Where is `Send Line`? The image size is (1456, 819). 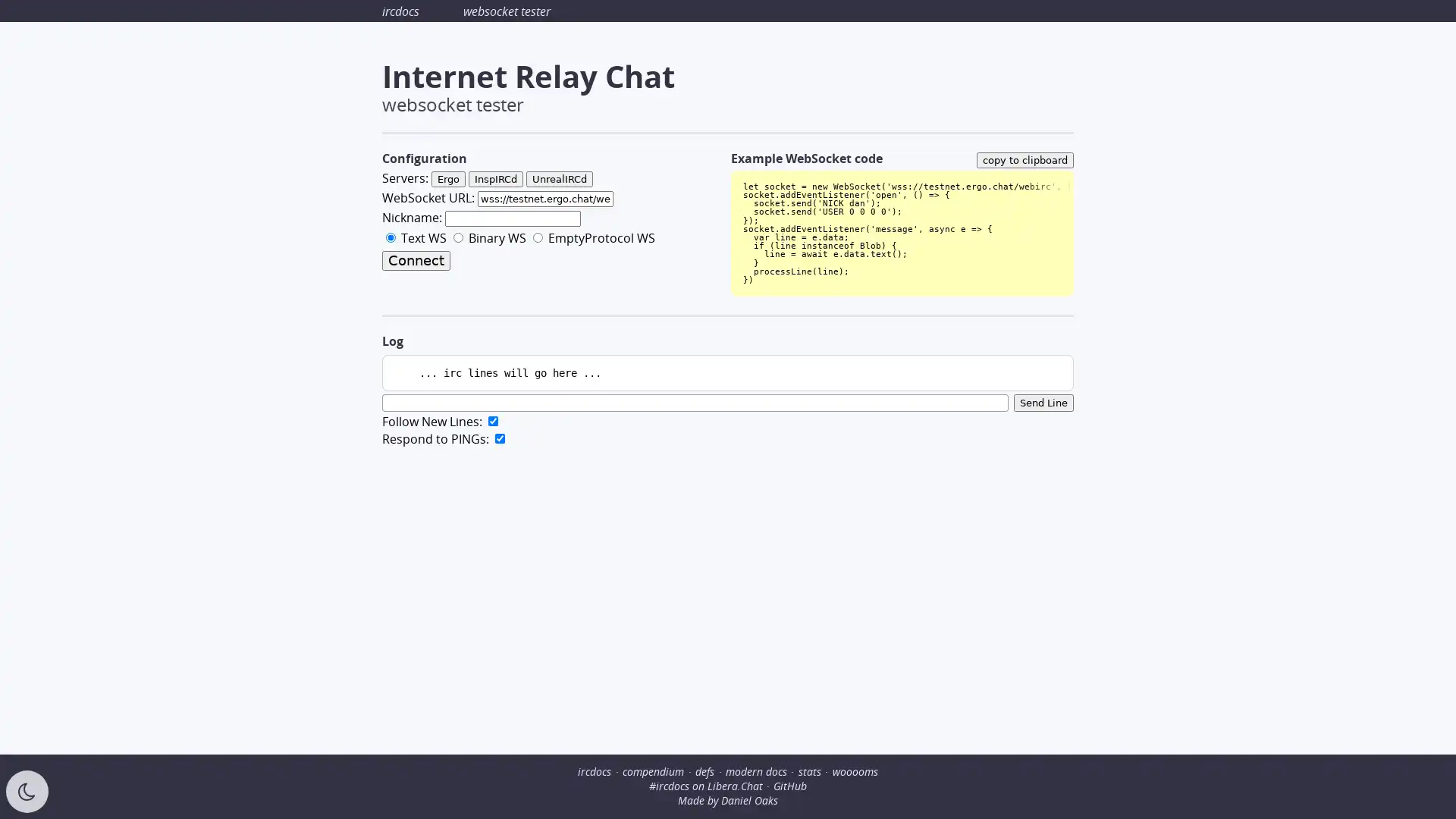
Send Line is located at coordinates (1043, 402).